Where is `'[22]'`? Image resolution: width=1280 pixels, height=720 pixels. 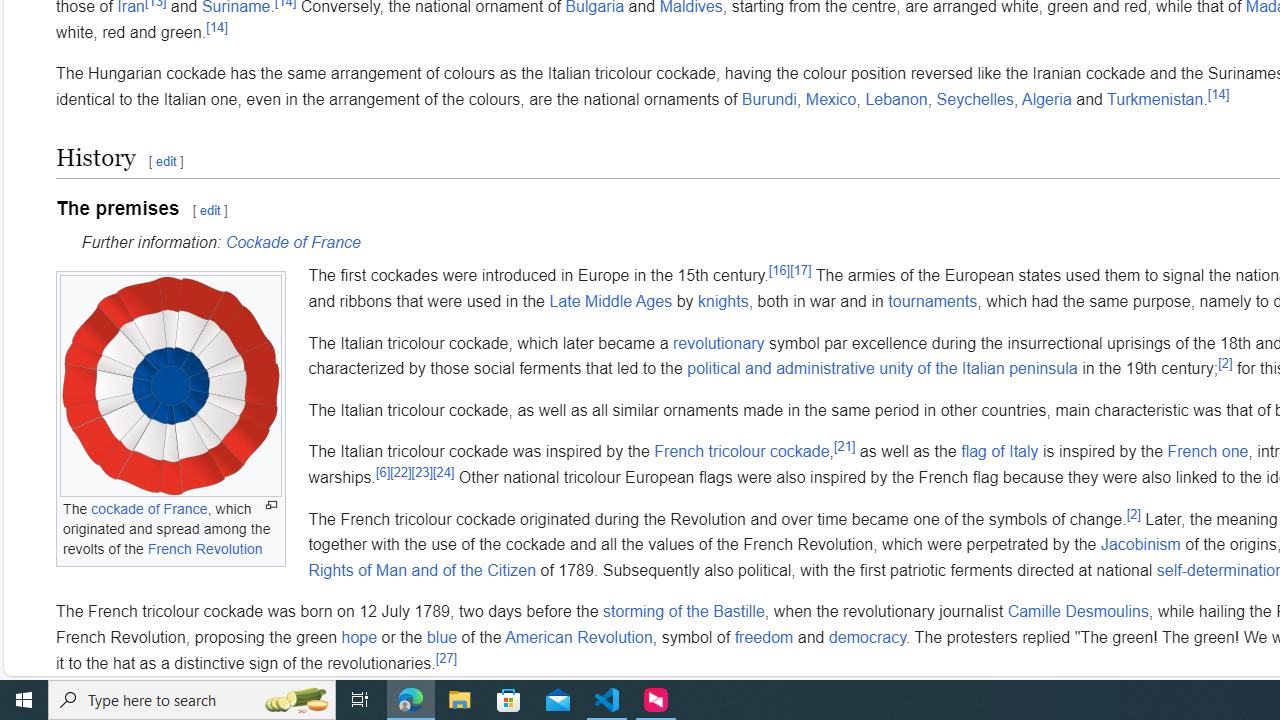 '[22]' is located at coordinates (400, 471).